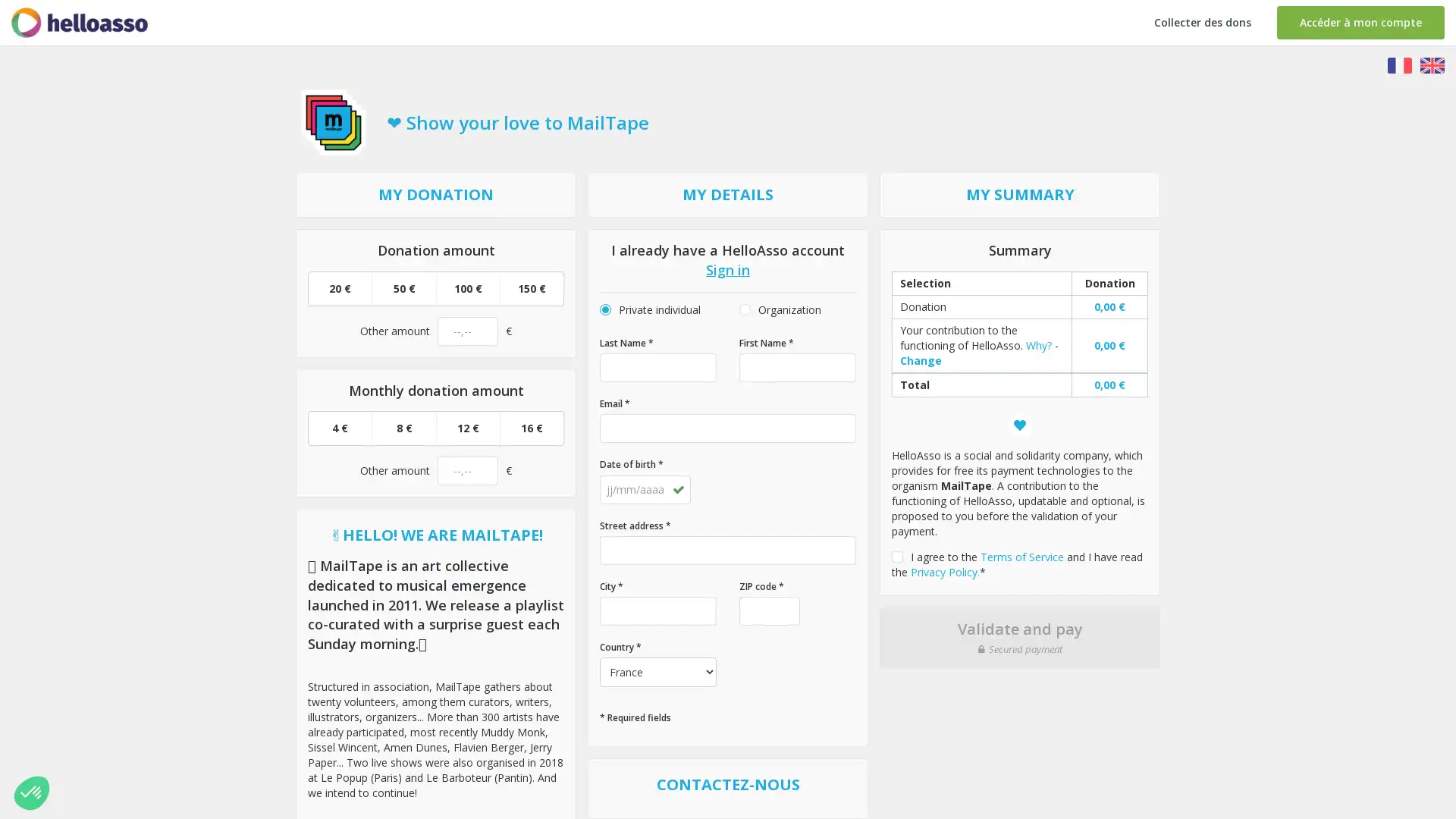 This screenshot has width=1456, height=819. Describe the element at coordinates (32, 792) in the screenshot. I see `Non merci` at that location.